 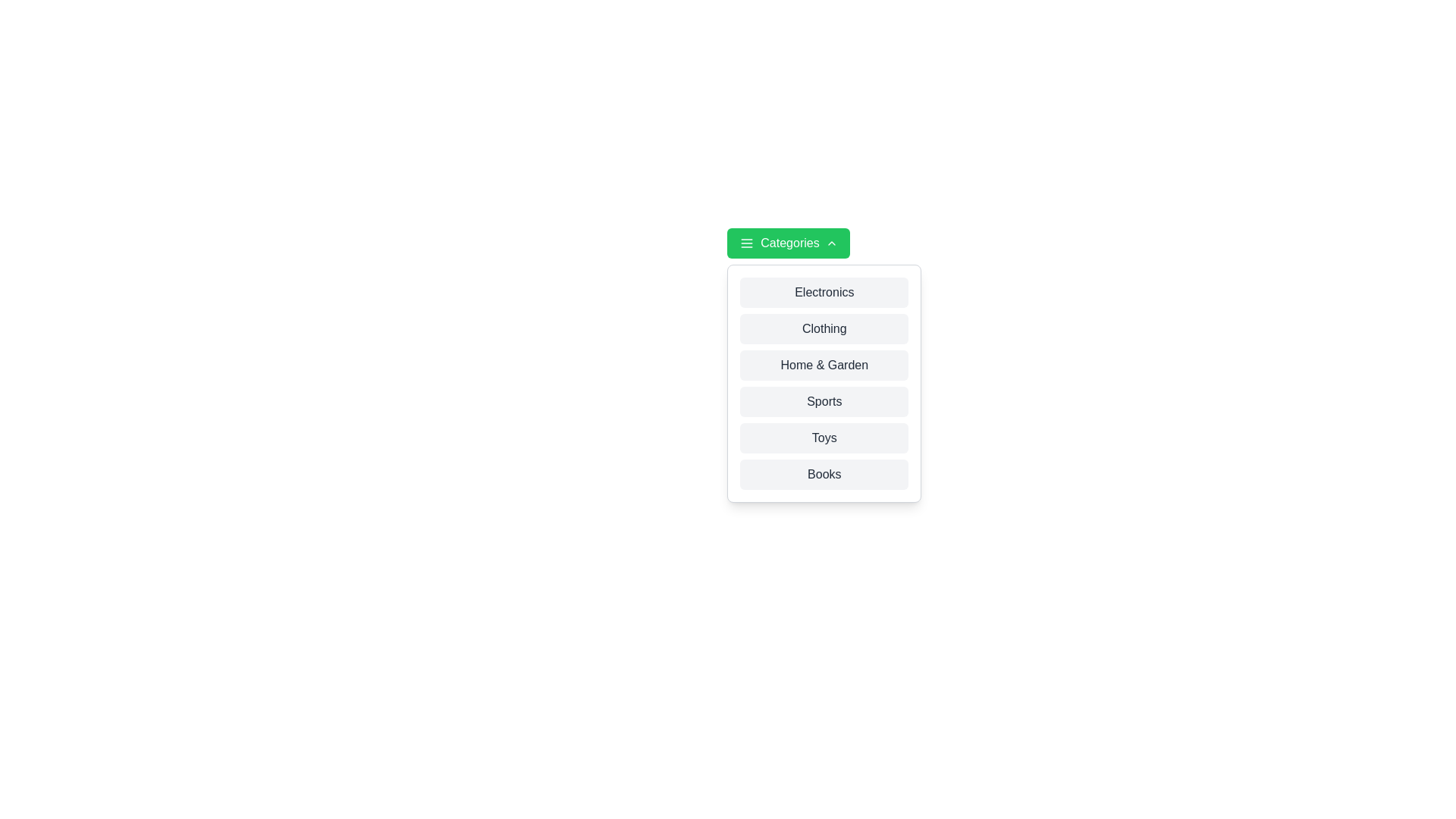 What do you see at coordinates (830, 242) in the screenshot?
I see `the small upward-pointing chevron icon located to the right of the 'Categories' text within a green background element` at bounding box center [830, 242].